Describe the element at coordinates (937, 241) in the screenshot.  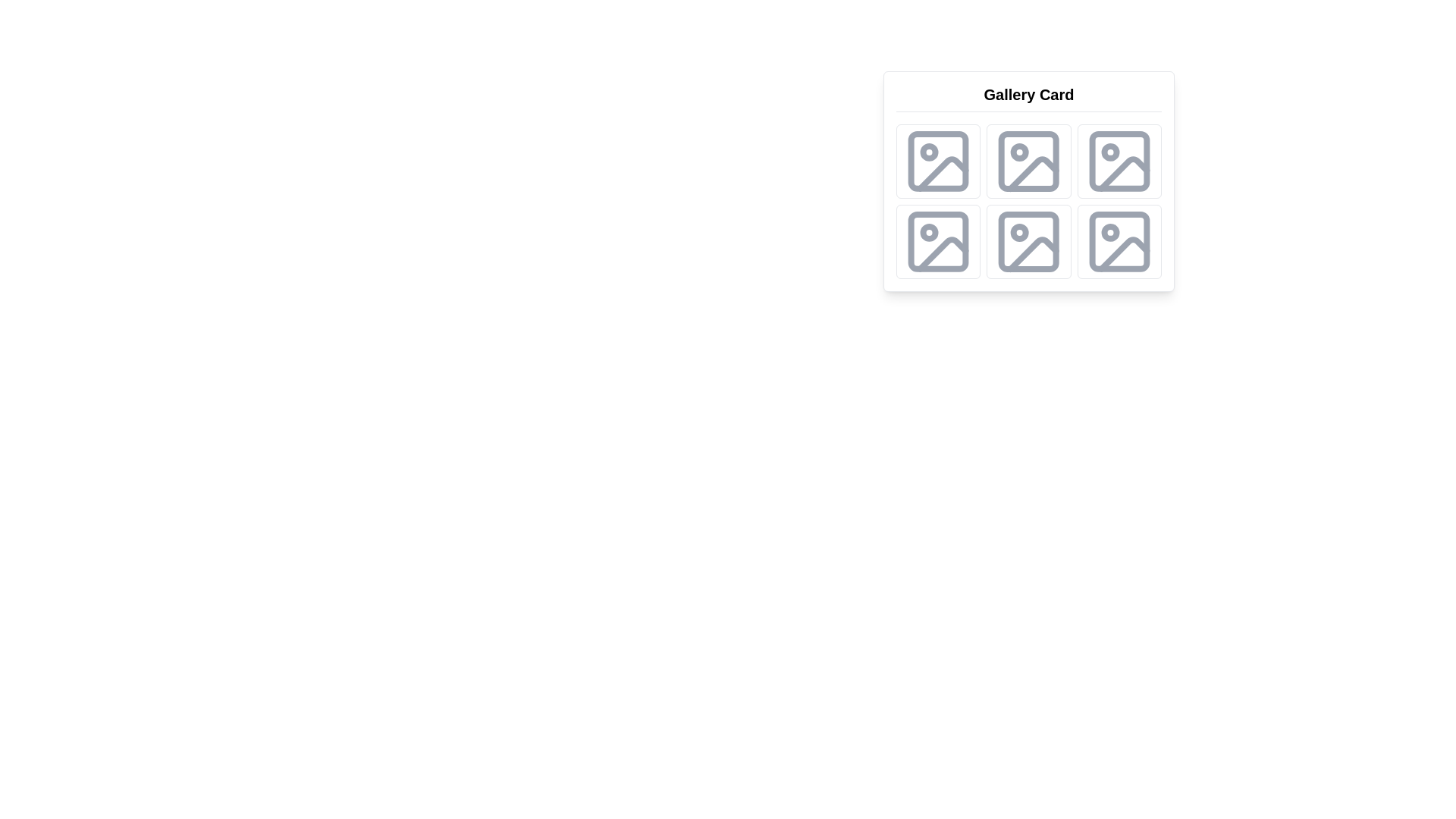
I see `the graphical placeholder icon located in the lower-left grid position of the second row of the gallery layout` at that location.